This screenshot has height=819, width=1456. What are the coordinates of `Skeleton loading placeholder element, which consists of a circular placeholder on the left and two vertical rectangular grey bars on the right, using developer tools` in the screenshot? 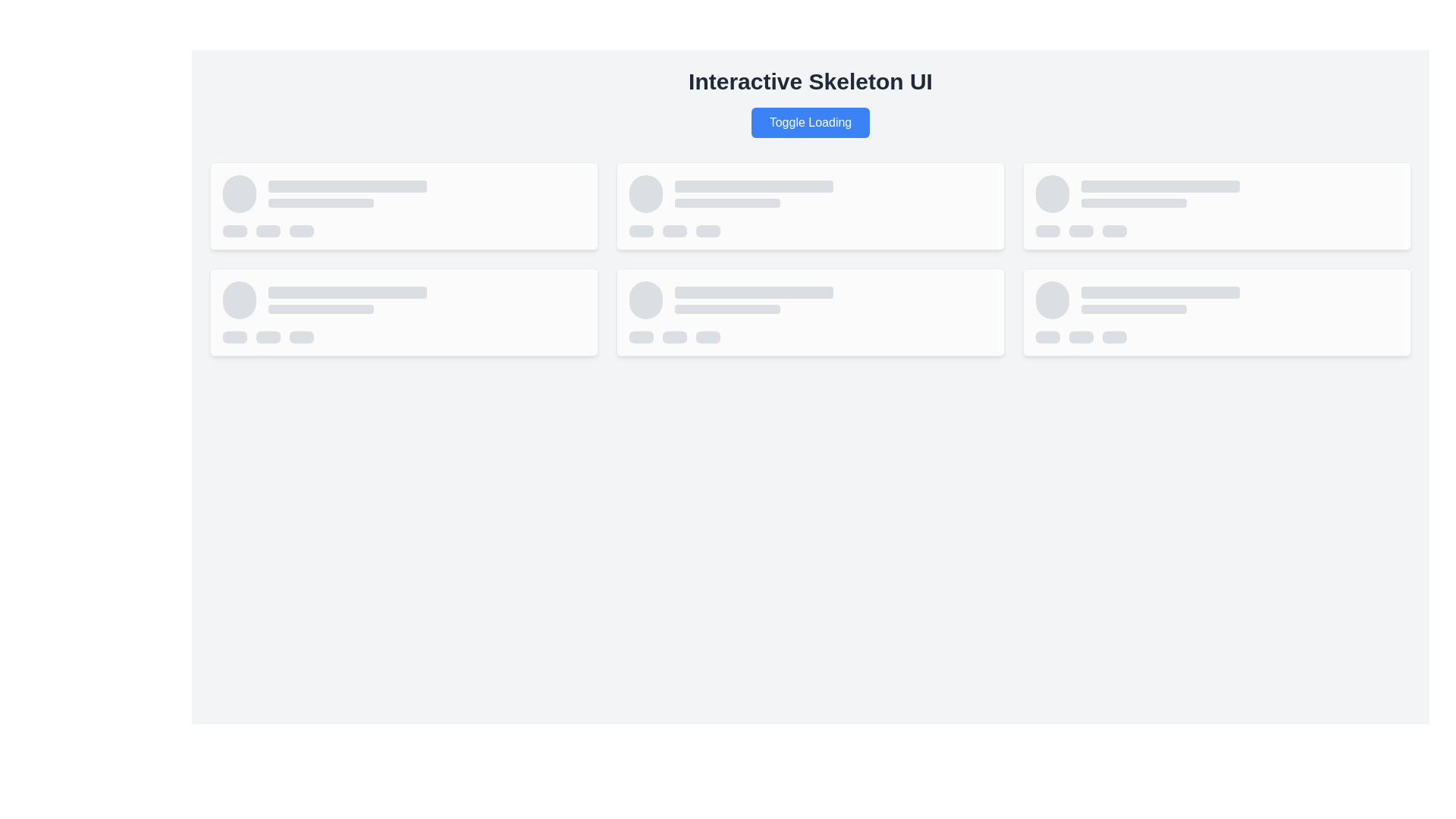 It's located at (1216, 300).